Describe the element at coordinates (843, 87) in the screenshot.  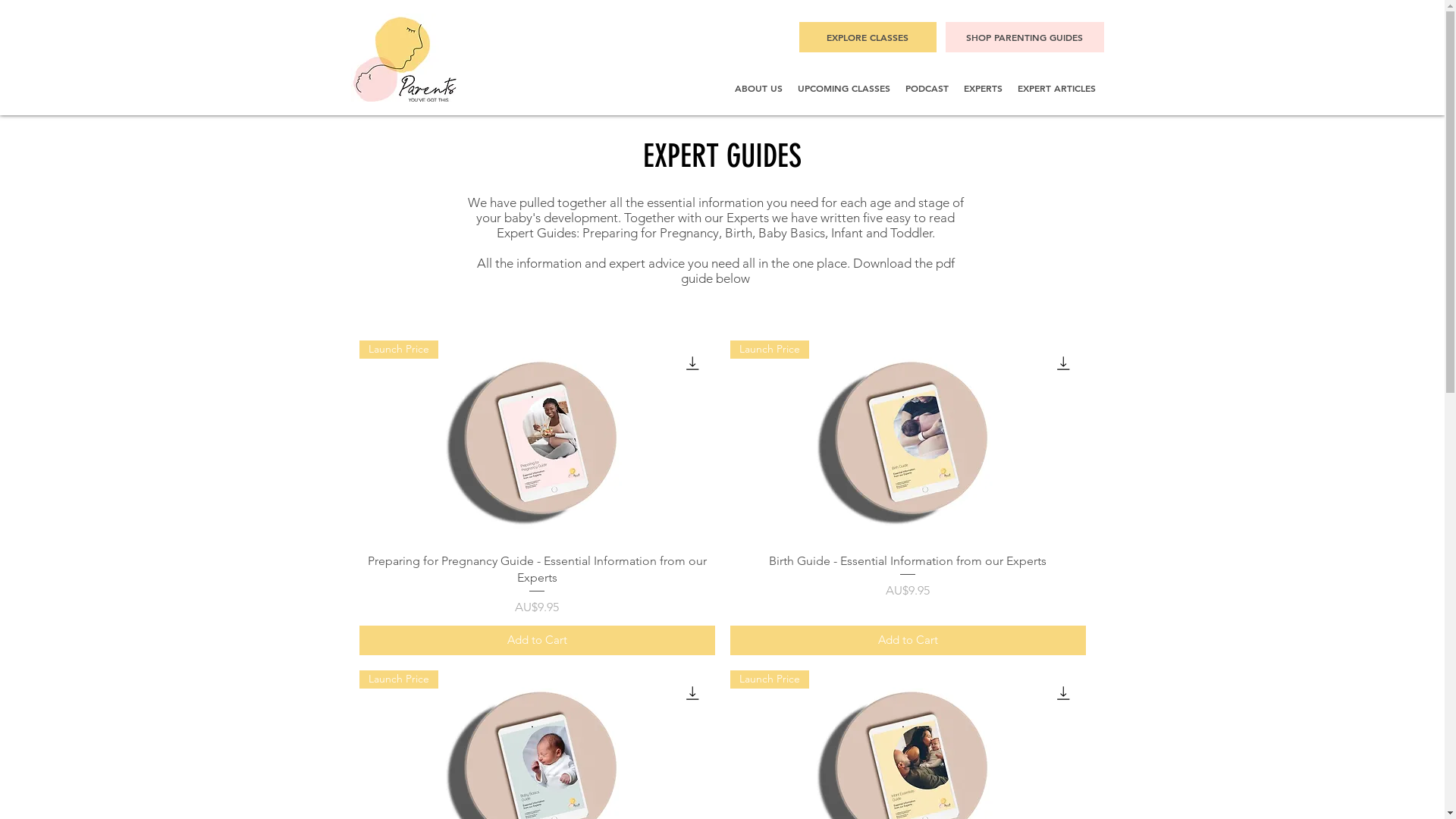
I see `'UPCOMING CLASSES'` at that location.